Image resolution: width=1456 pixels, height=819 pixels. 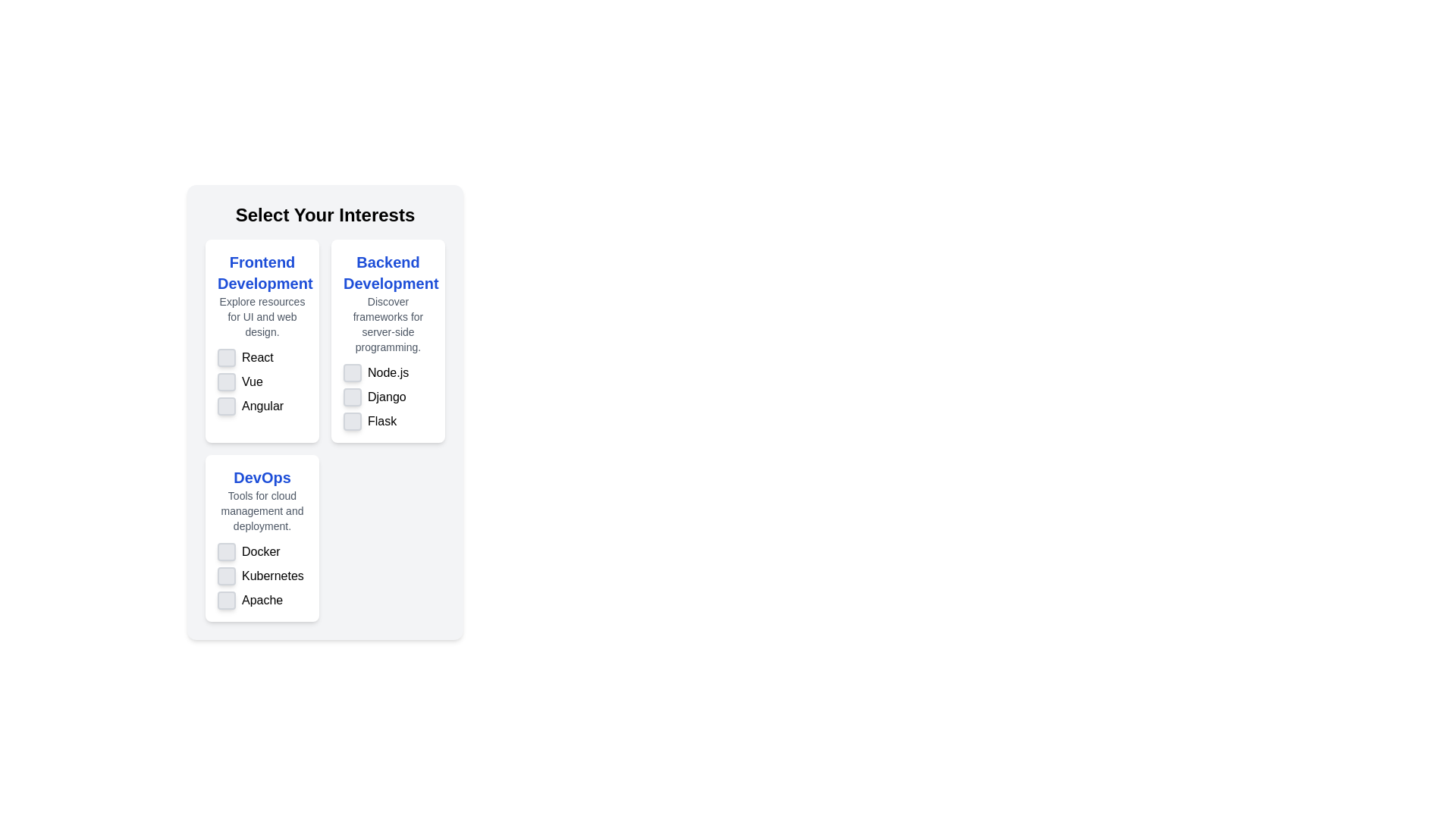 I want to click on the checkboxes within the 'DevOps' card, so click(x=262, y=537).